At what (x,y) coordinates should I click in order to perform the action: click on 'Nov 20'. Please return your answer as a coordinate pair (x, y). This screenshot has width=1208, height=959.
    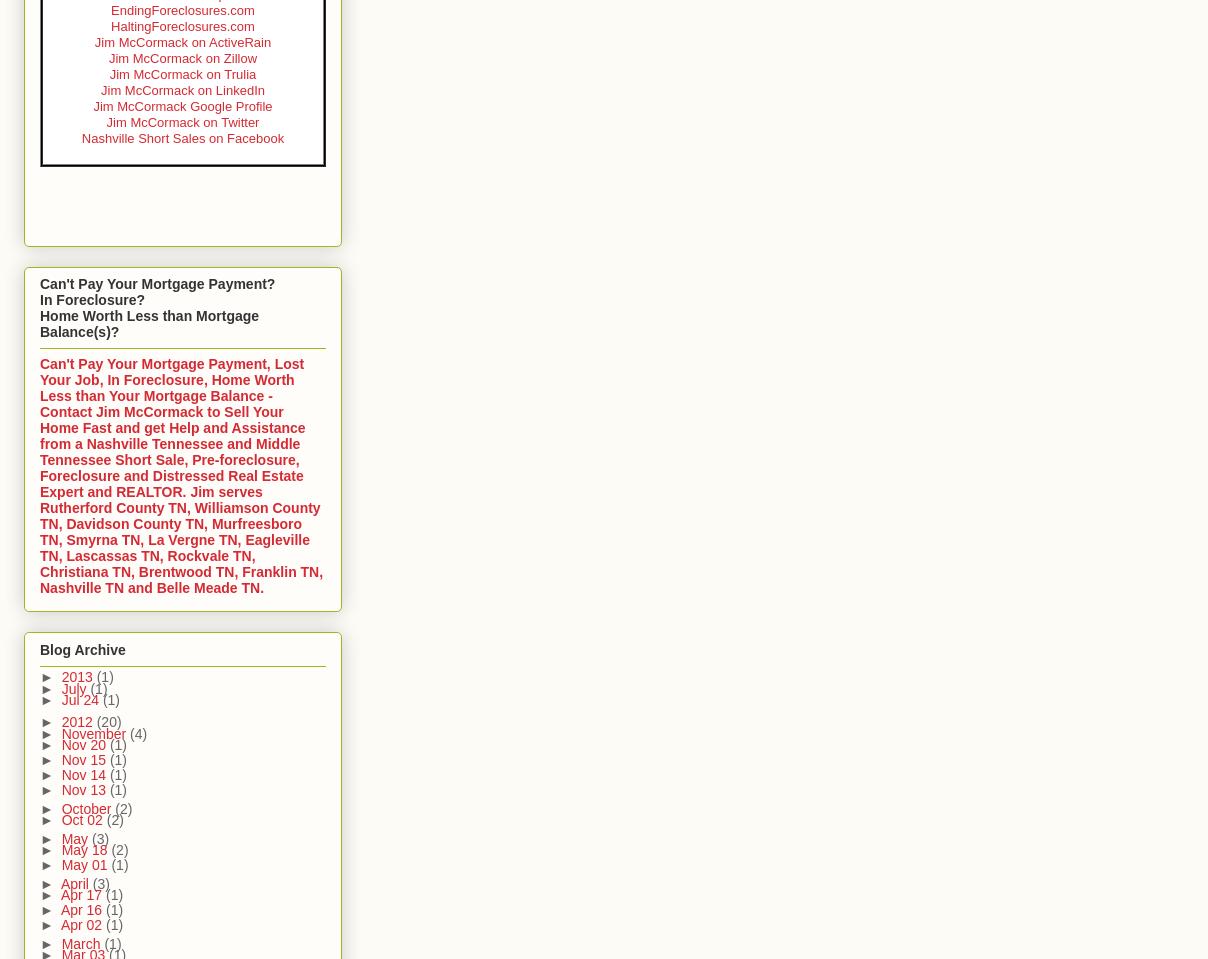
    Looking at the image, I should click on (84, 744).